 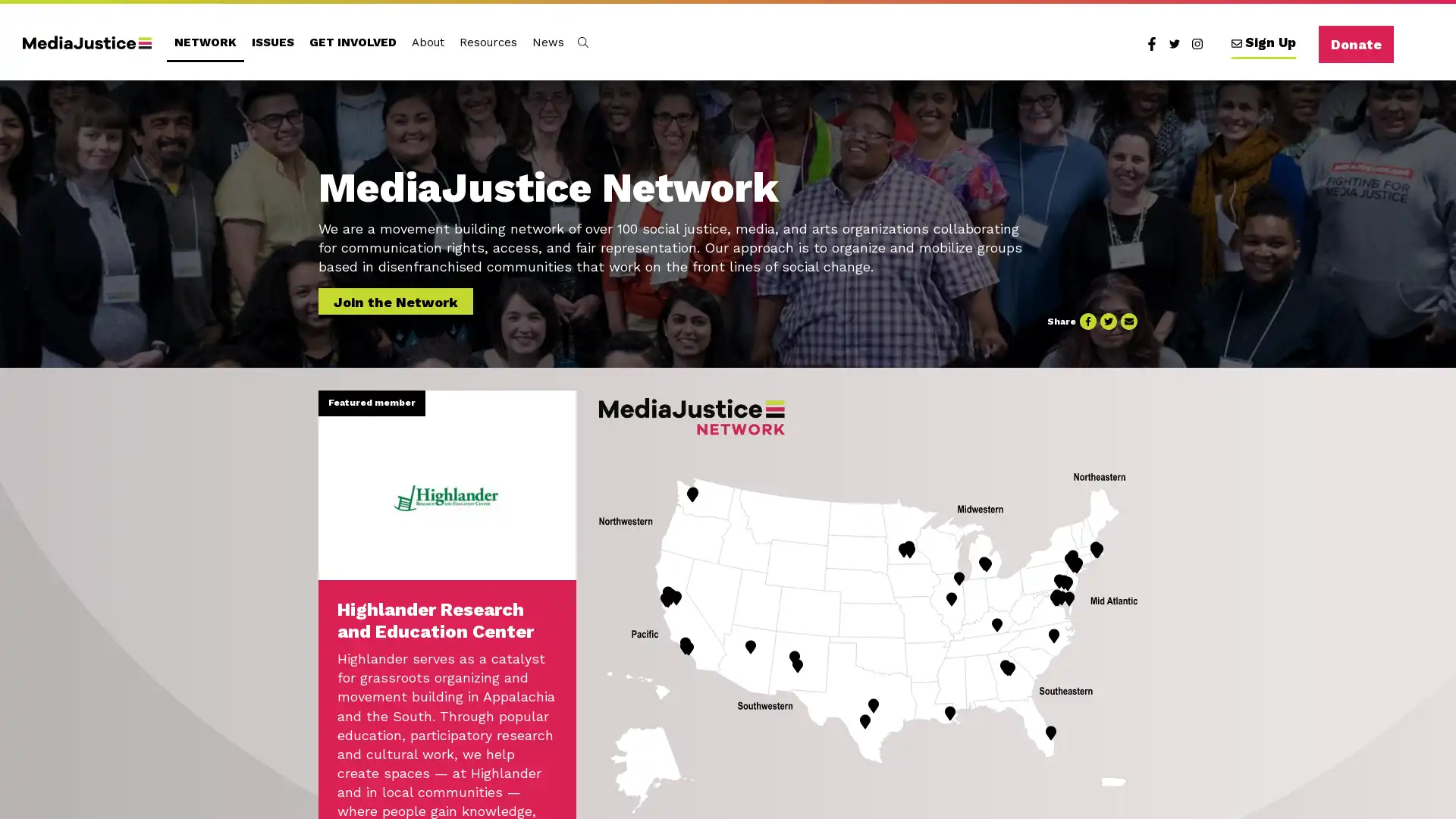 I want to click on Sign Up, so click(x=1263, y=42).